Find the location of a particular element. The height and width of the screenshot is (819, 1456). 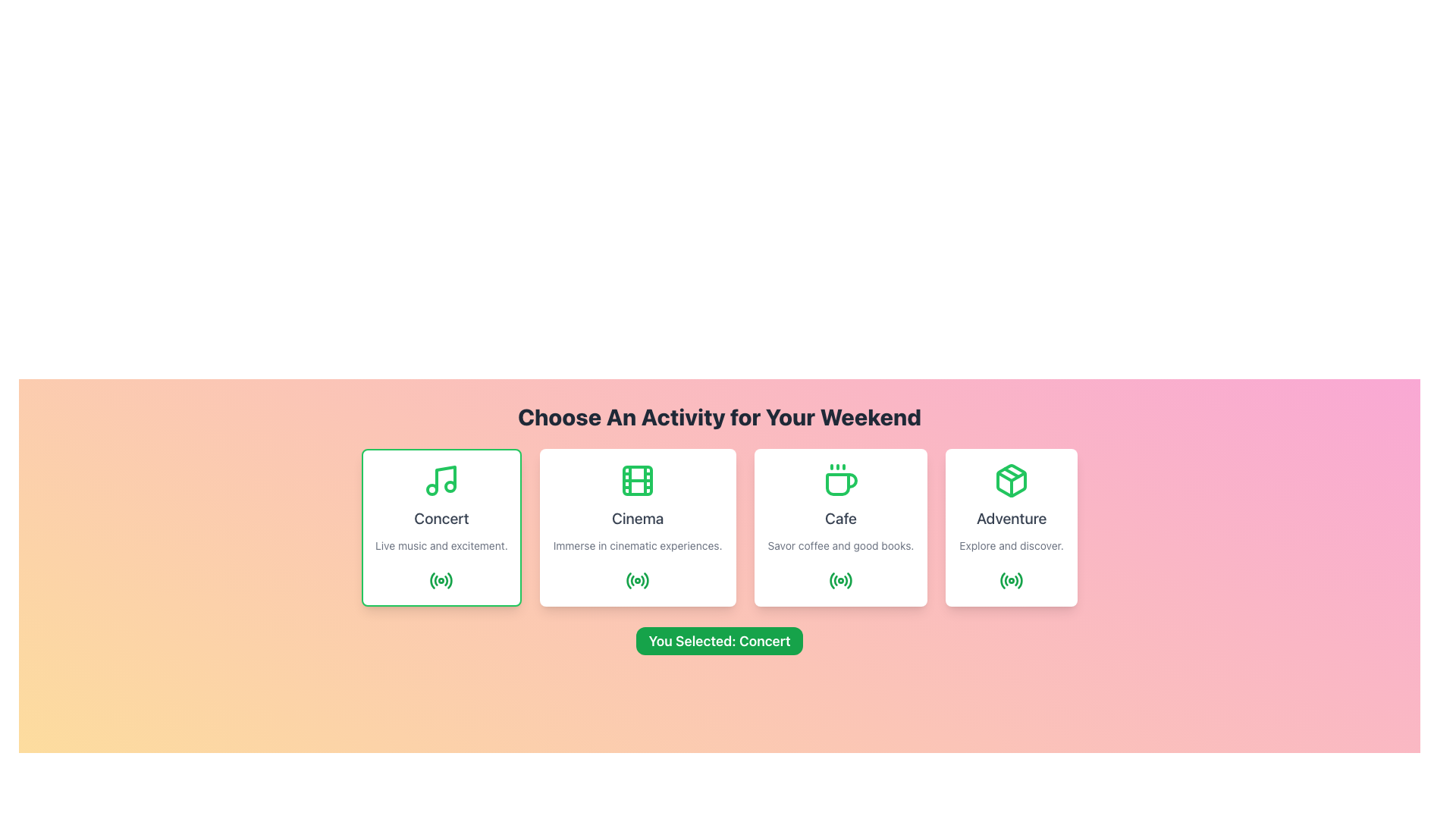

the 'Concert' text label, which is styled in bold and positioned within a green-bordered card, located centrally below a musical note icon and above the text 'Live music and excitement.' is located at coordinates (441, 517).